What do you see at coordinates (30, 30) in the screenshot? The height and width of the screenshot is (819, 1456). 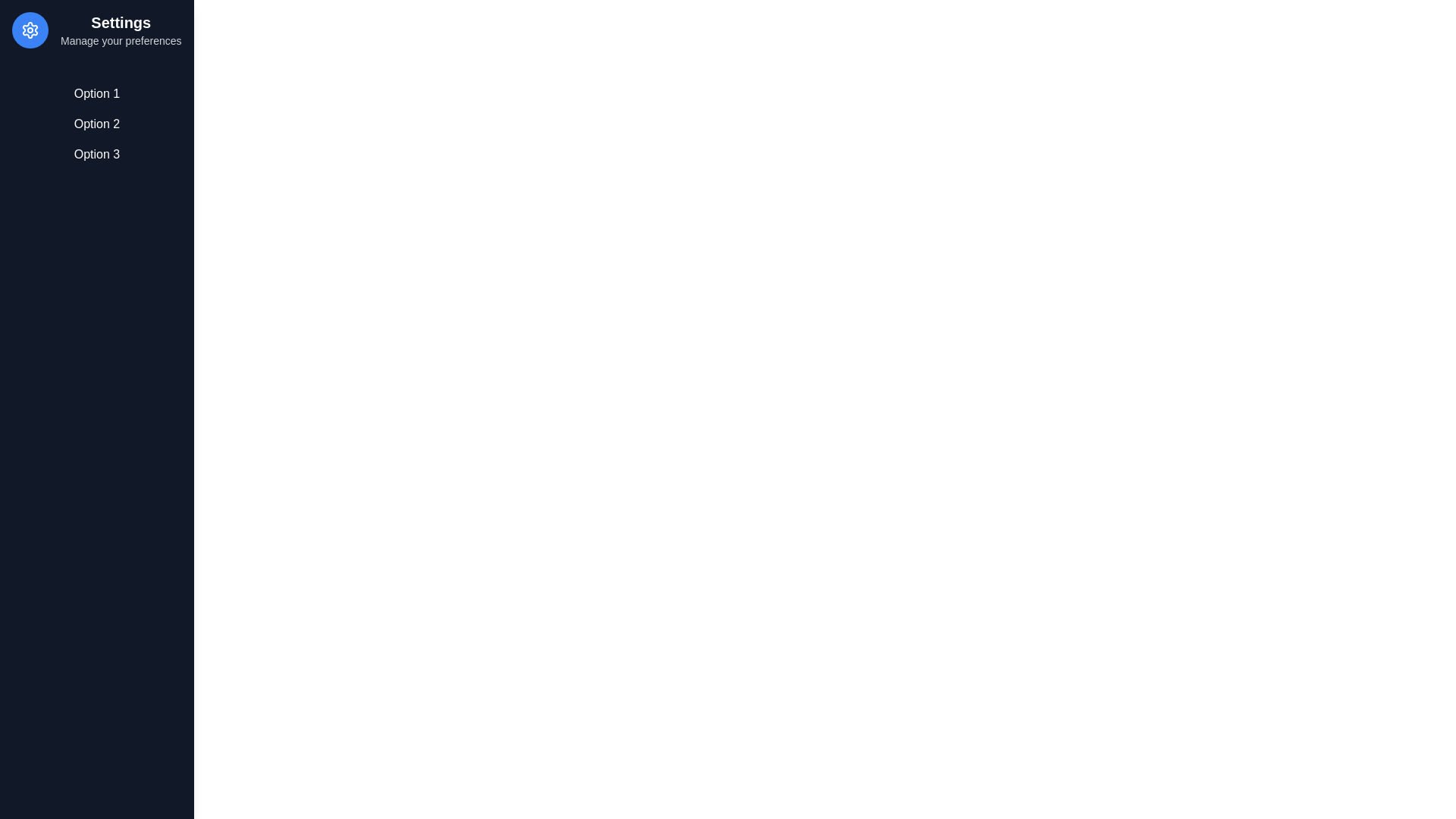 I see `the settings button located at the top left corner of the interface` at bounding box center [30, 30].